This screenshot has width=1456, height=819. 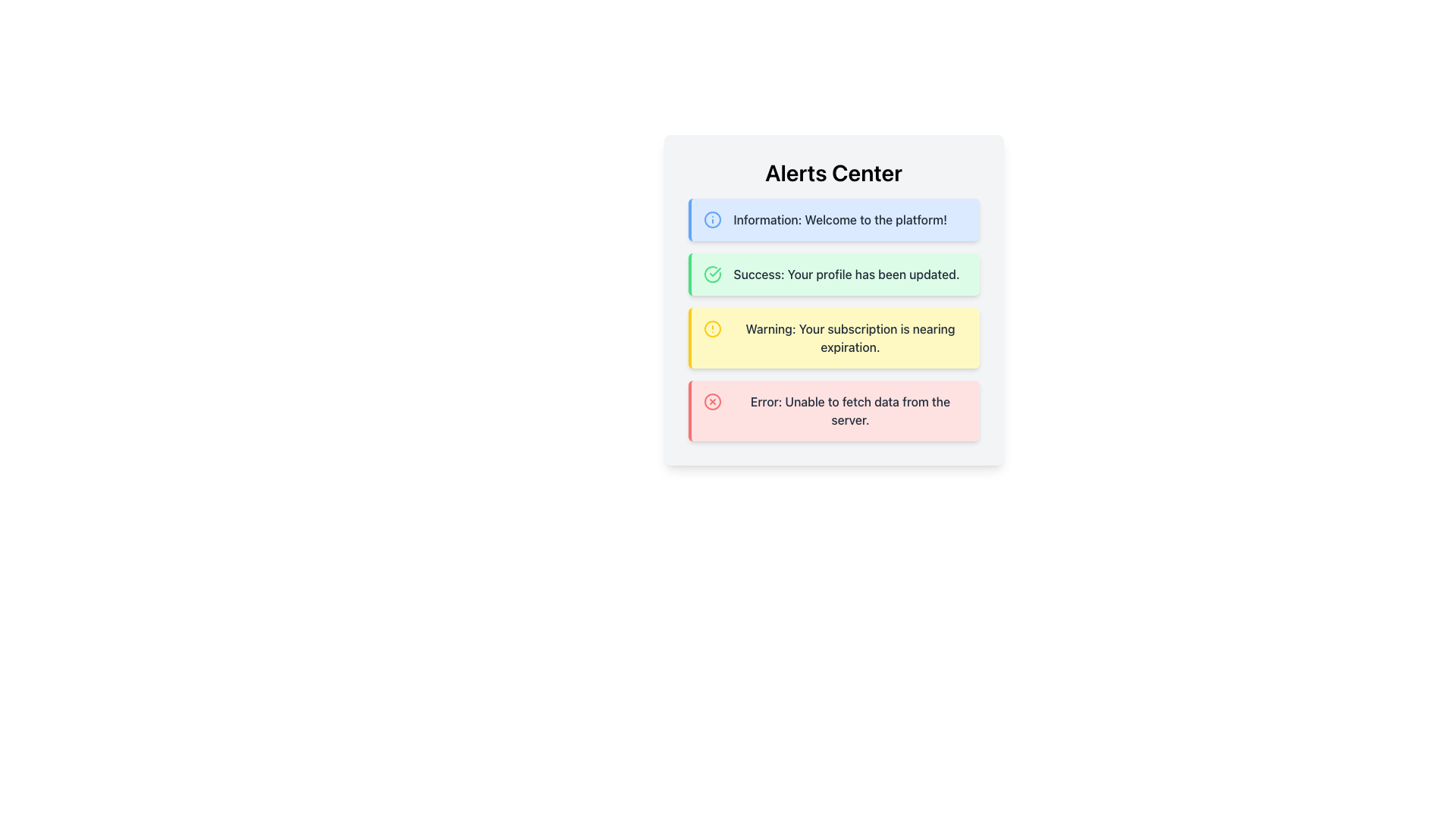 I want to click on the warning icon located at the left side of the alert box labeled 'Warning: Your subscription is nearing expiration.', so click(x=717, y=328).